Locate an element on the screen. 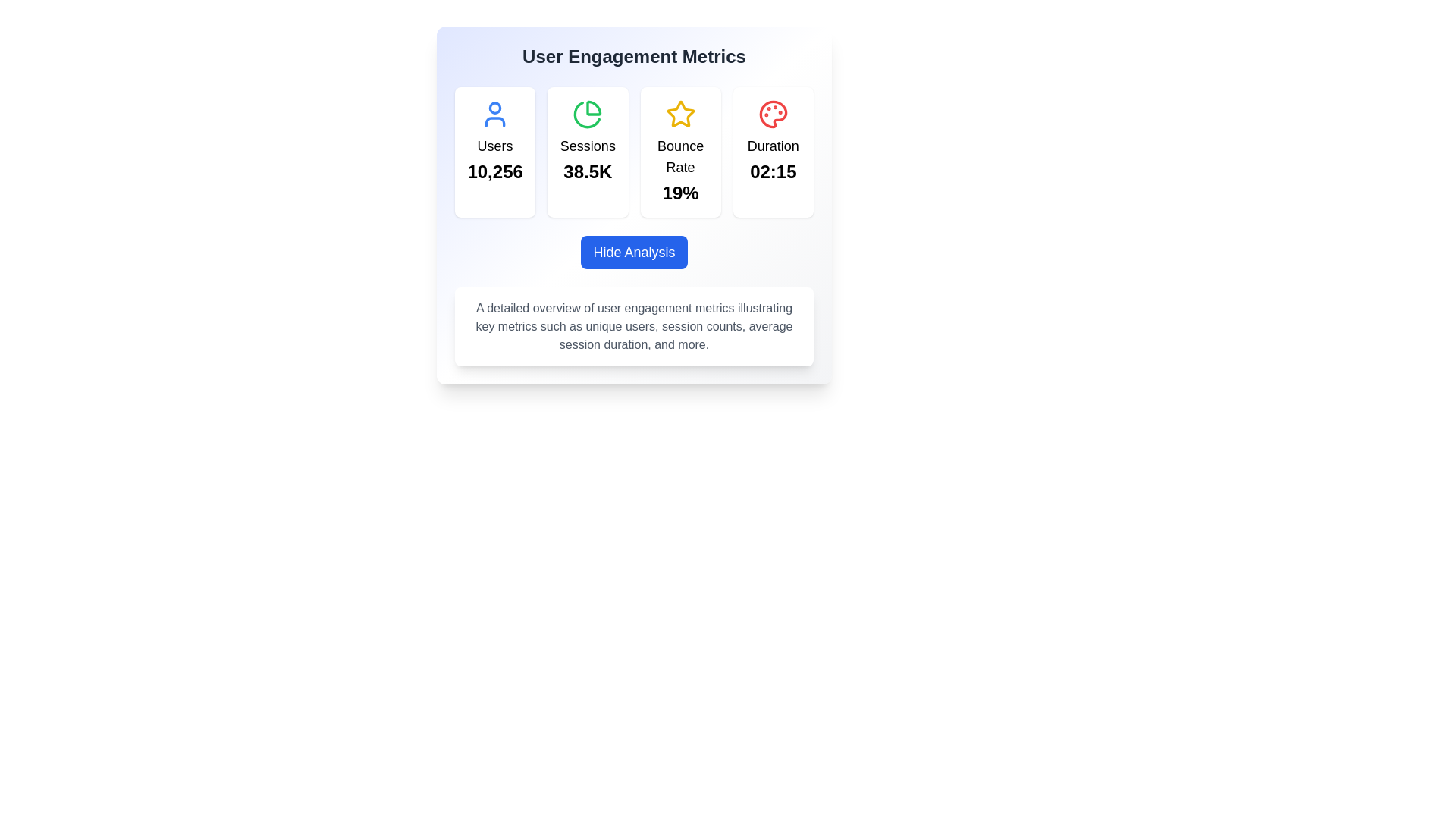  the palette icon representing the 'Duration' metric located at the top-right corner of the 'Duration' card within the 'User Engagement Metrics' section is located at coordinates (773, 113).